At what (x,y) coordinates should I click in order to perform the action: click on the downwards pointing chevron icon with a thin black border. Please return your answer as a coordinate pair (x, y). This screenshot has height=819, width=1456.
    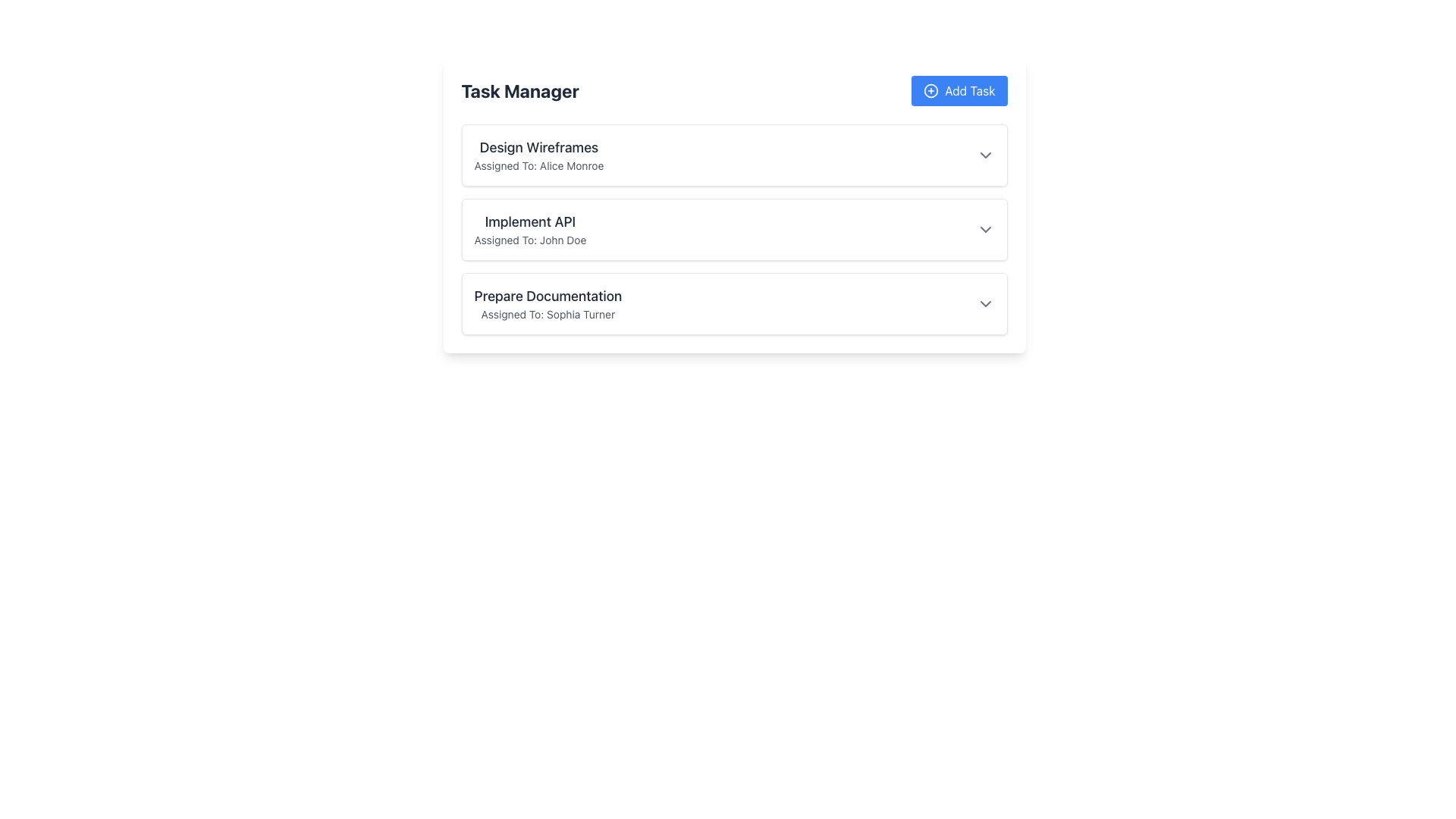
    Looking at the image, I should click on (985, 304).